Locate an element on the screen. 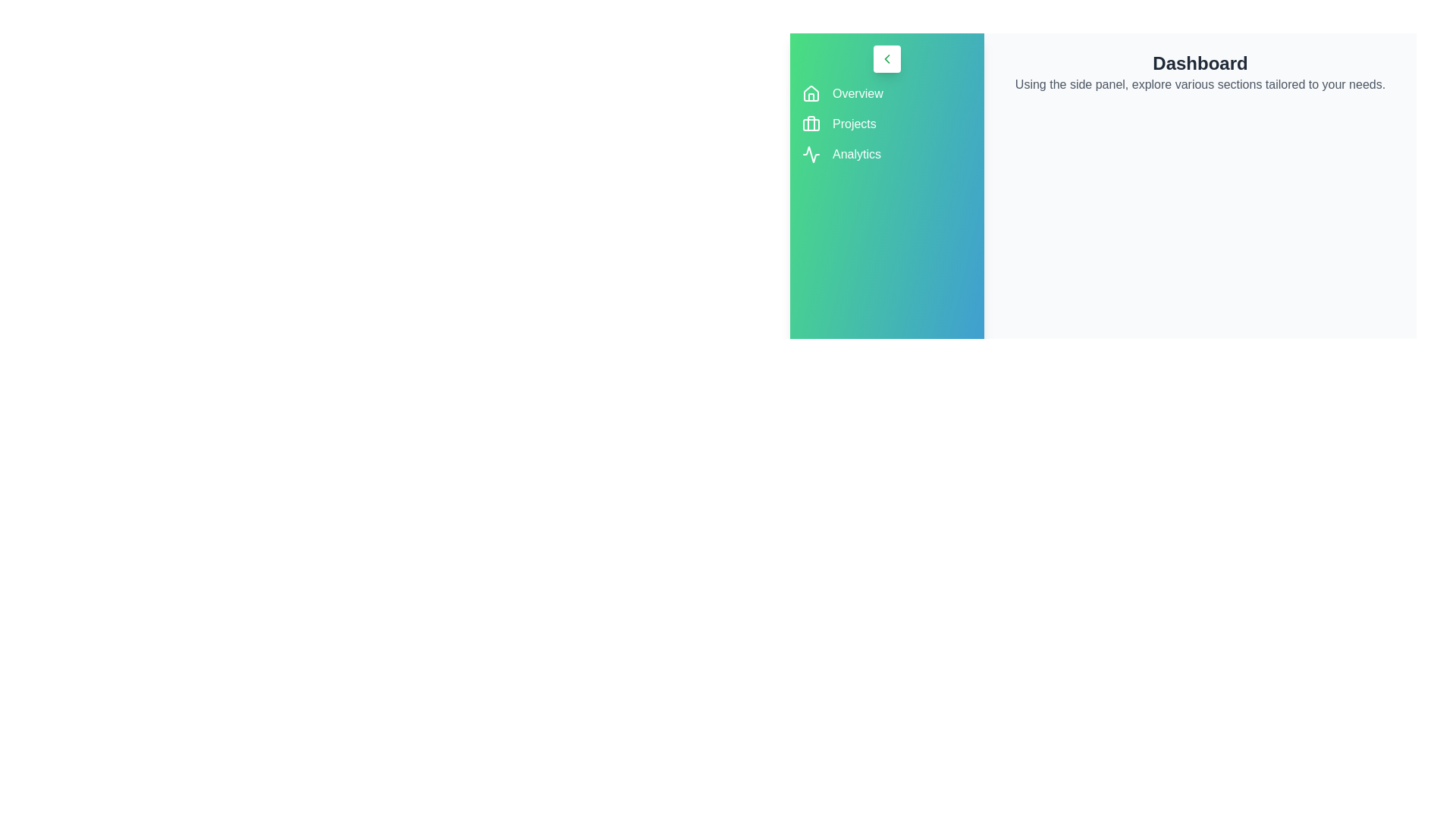  the menu item Overview to navigate to the corresponding section is located at coordinates (858, 93).